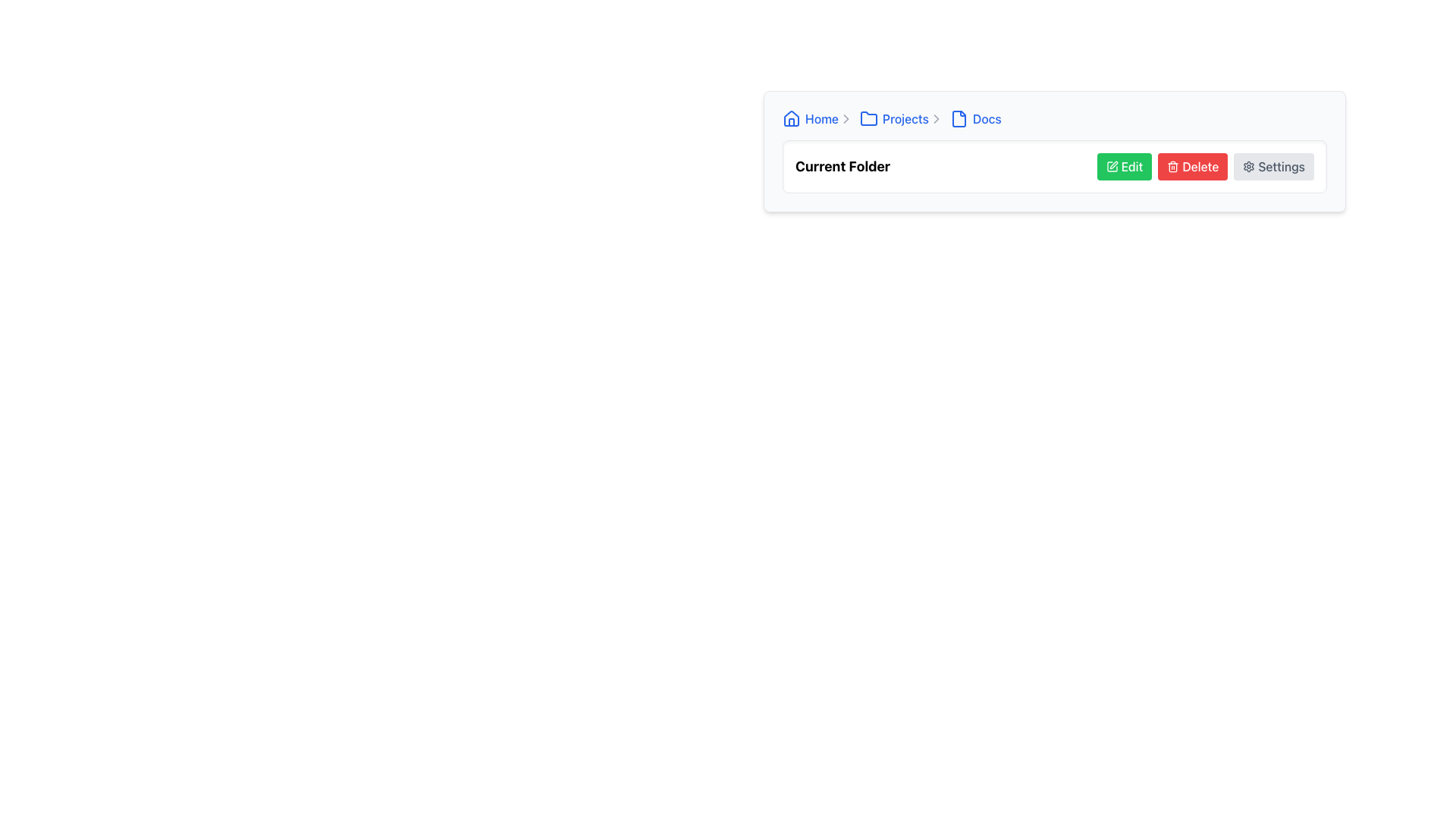 Image resolution: width=1456 pixels, height=819 pixels. What do you see at coordinates (821, 118) in the screenshot?
I see `text label representing the first breadcrumb link in the breadcrumb navigation located at the top-right section of the interface` at bounding box center [821, 118].